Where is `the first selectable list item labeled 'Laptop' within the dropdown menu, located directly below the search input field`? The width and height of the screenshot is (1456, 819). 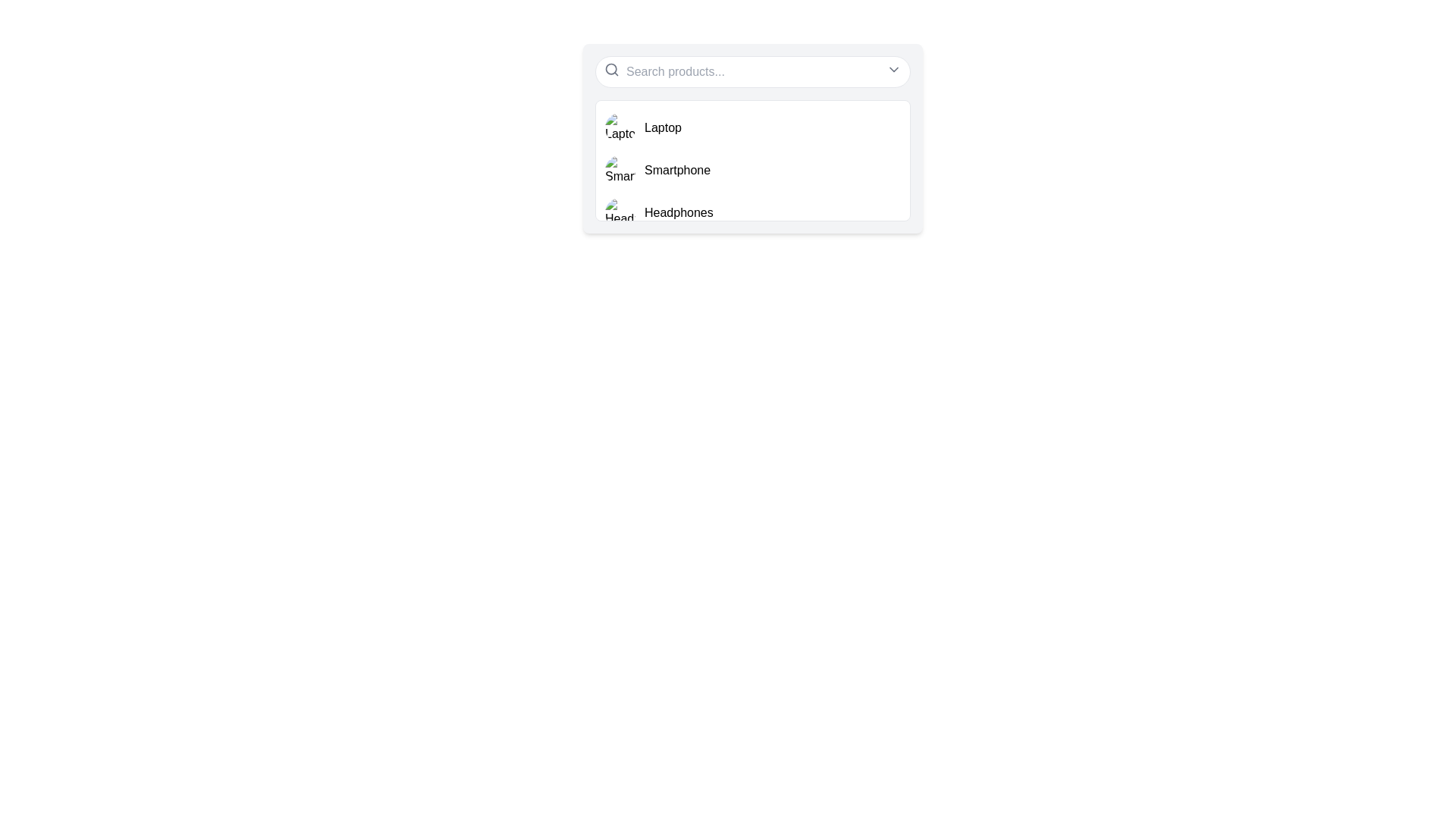 the first selectable list item labeled 'Laptop' within the dropdown menu, located directly below the search input field is located at coordinates (753, 127).